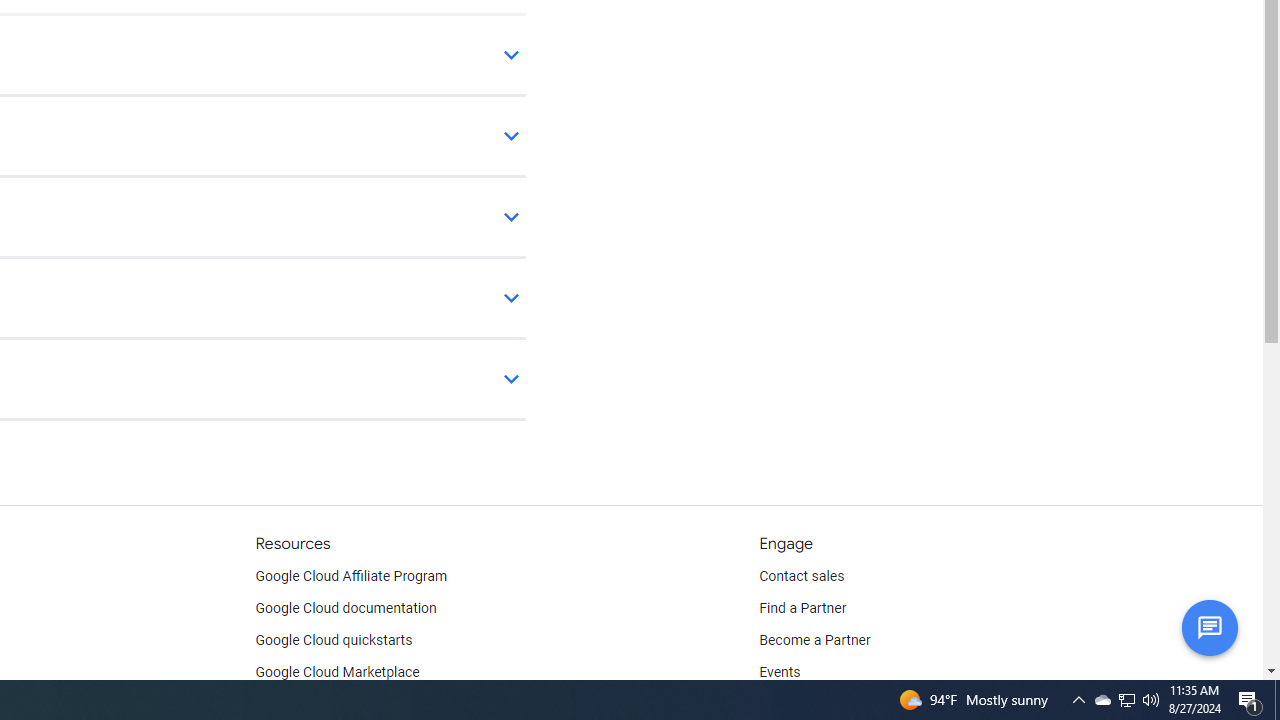 The image size is (1280, 720). Describe the element at coordinates (779, 672) in the screenshot. I see `'Events'` at that location.